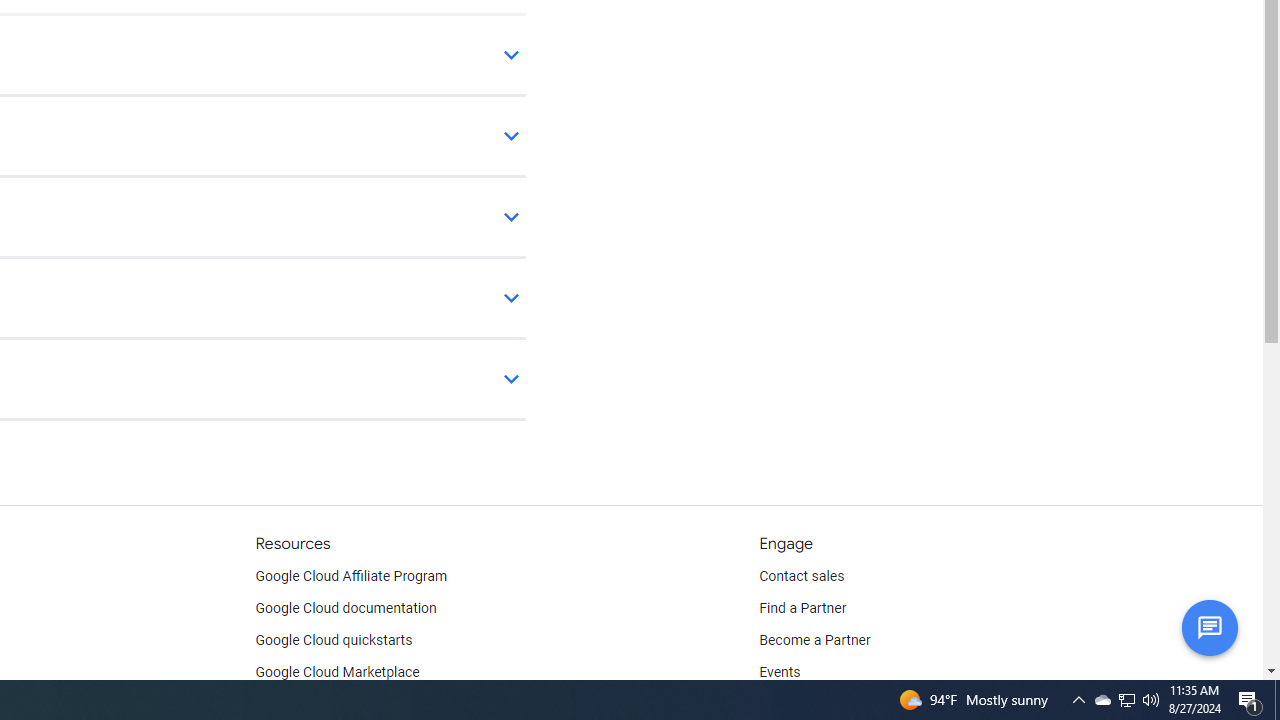 The image size is (1280, 720). Describe the element at coordinates (779, 672) in the screenshot. I see `'Events'` at that location.